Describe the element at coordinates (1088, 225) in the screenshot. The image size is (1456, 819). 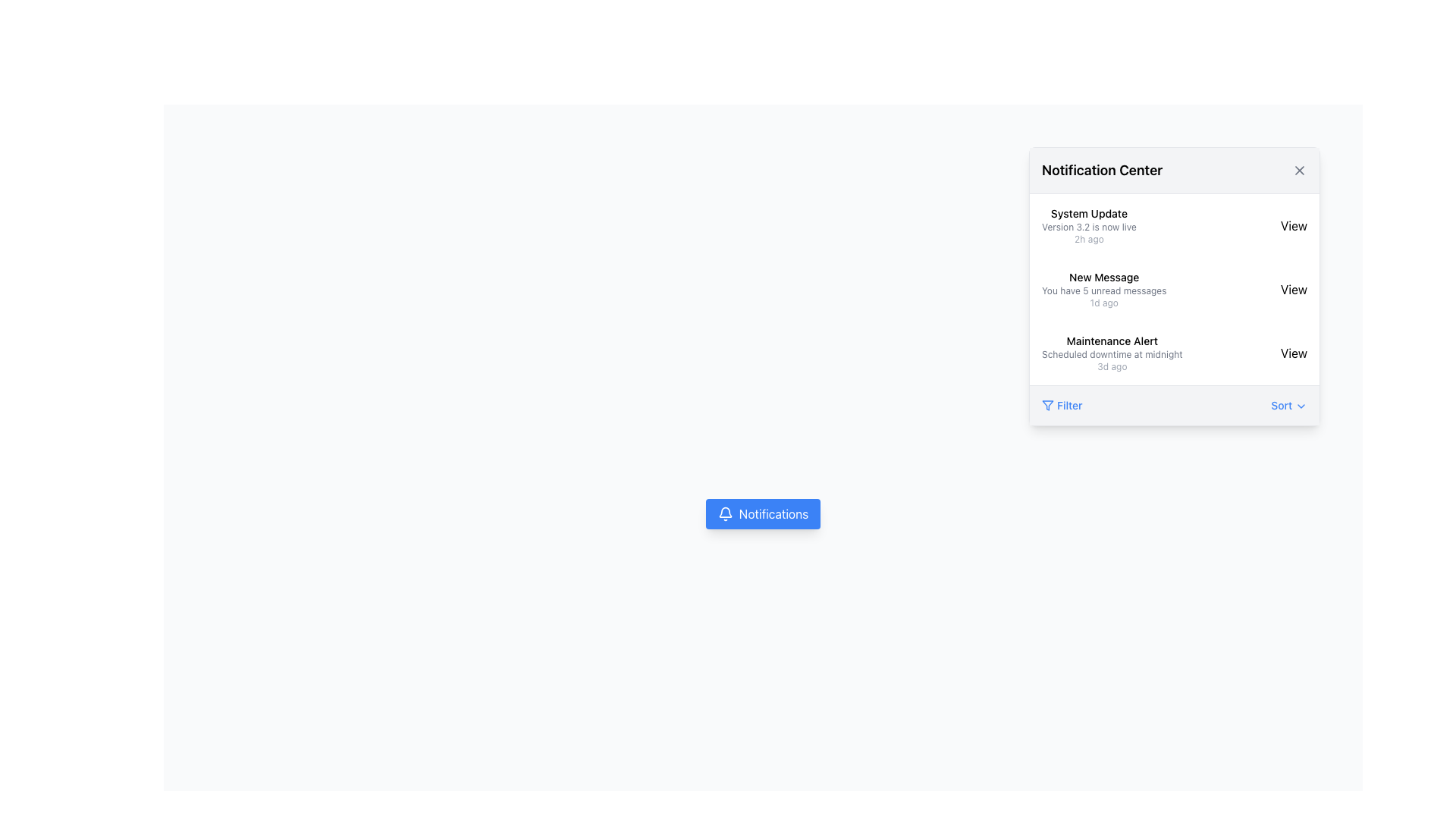
I see `the styled text component displaying 'System Update' in the 'Notification Center' dialog, which is the topmost notification in the list` at that location.